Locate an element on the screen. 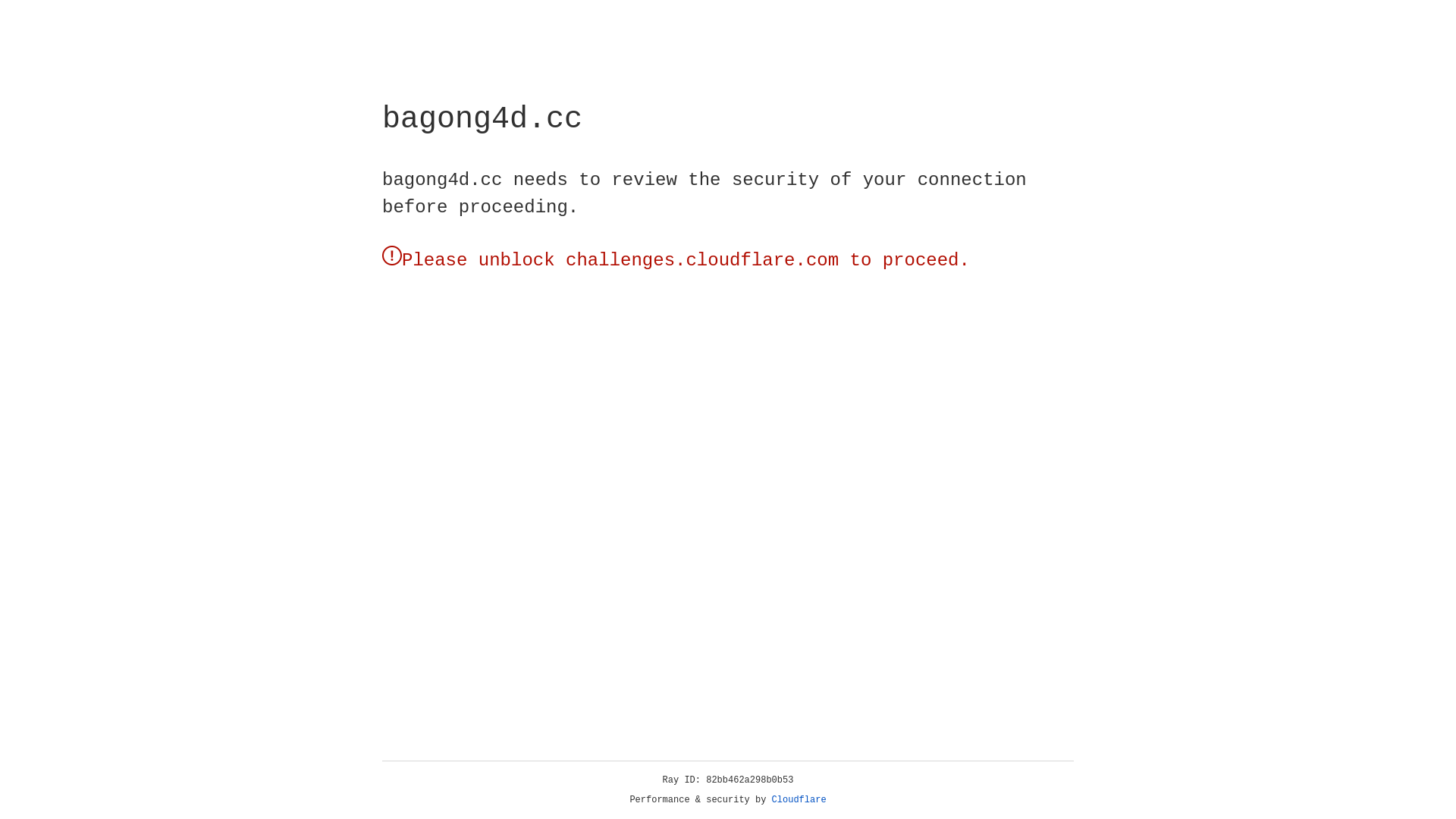 This screenshot has height=819, width=1456. 'Cloudflare' is located at coordinates (771, 799).